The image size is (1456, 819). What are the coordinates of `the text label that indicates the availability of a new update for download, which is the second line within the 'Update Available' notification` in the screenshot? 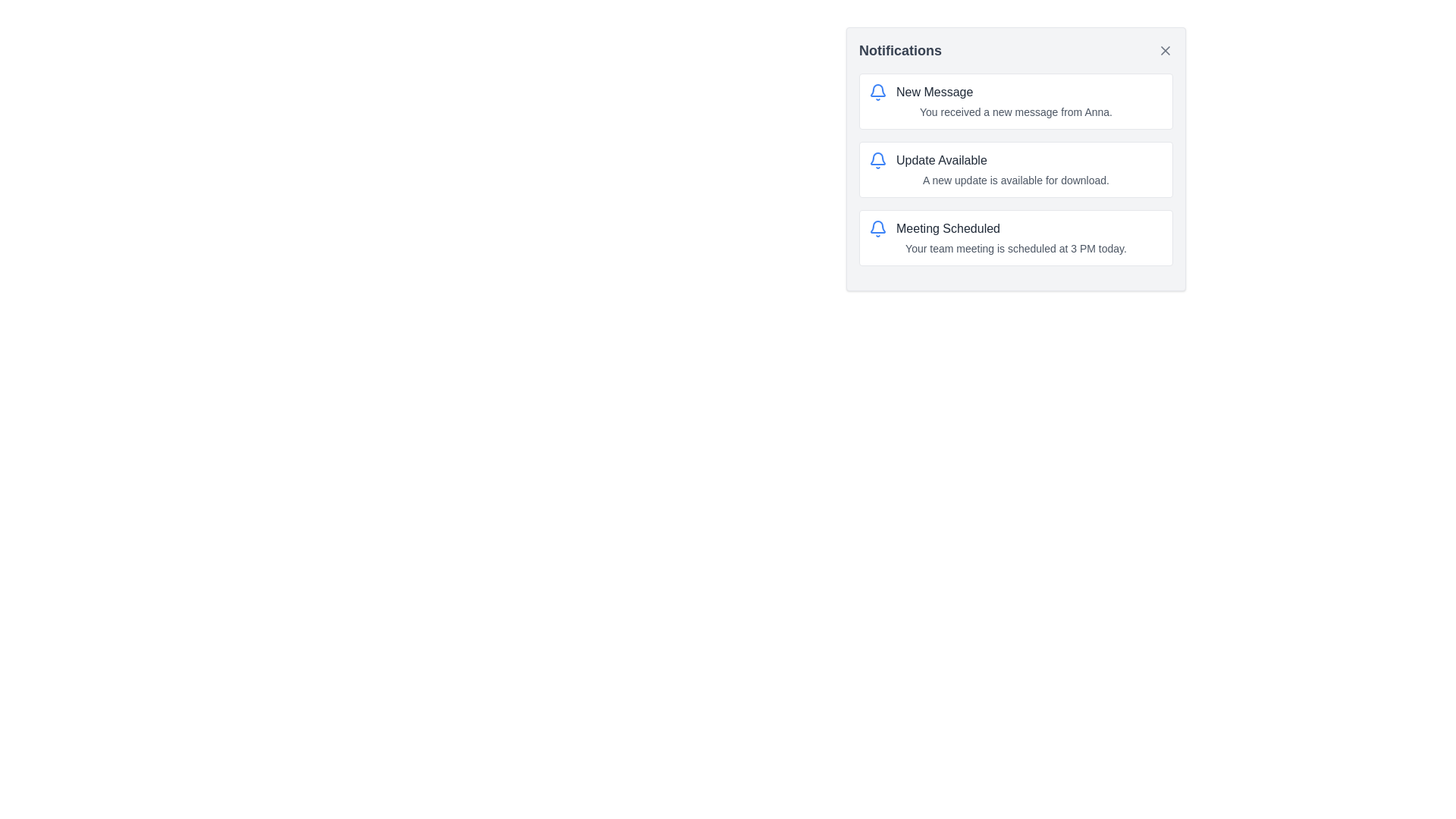 It's located at (1015, 180).